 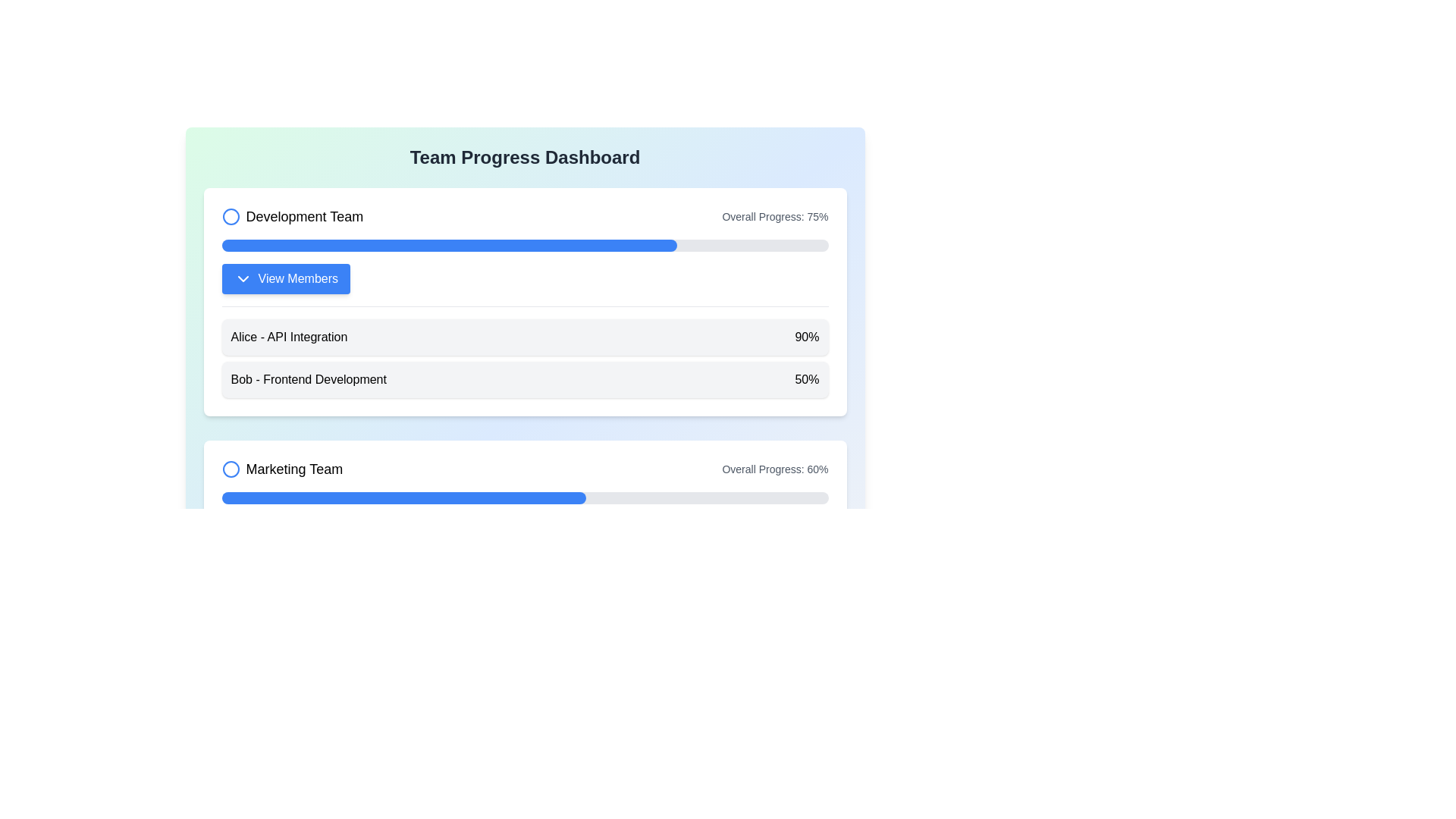 What do you see at coordinates (525, 352) in the screenshot?
I see `the individual rows of the List of information entries displaying team members' names, roles, and completion percentages` at bounding box center [525, 352].